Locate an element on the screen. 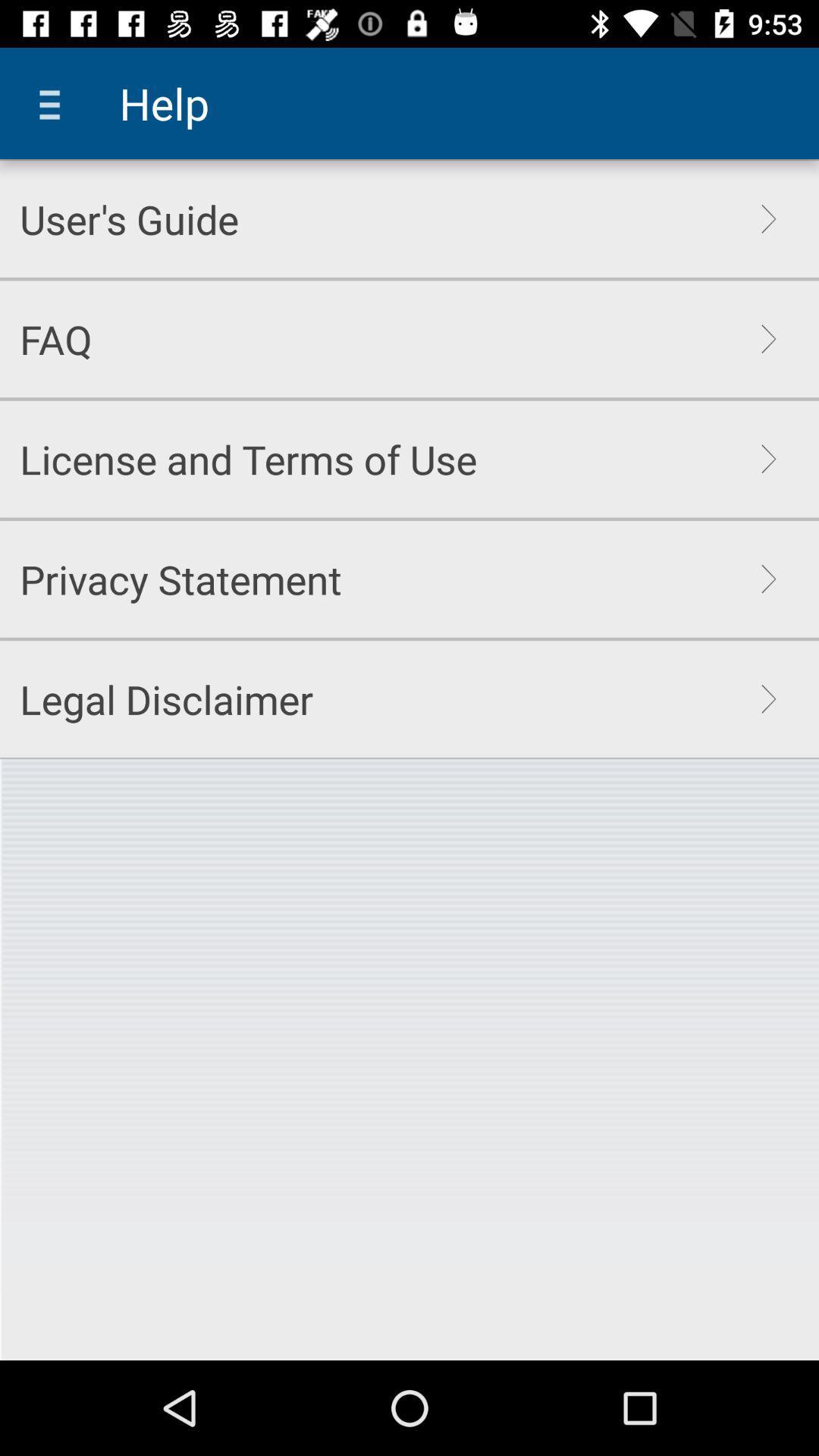  privacy statement is located at coordinates (180, 578).